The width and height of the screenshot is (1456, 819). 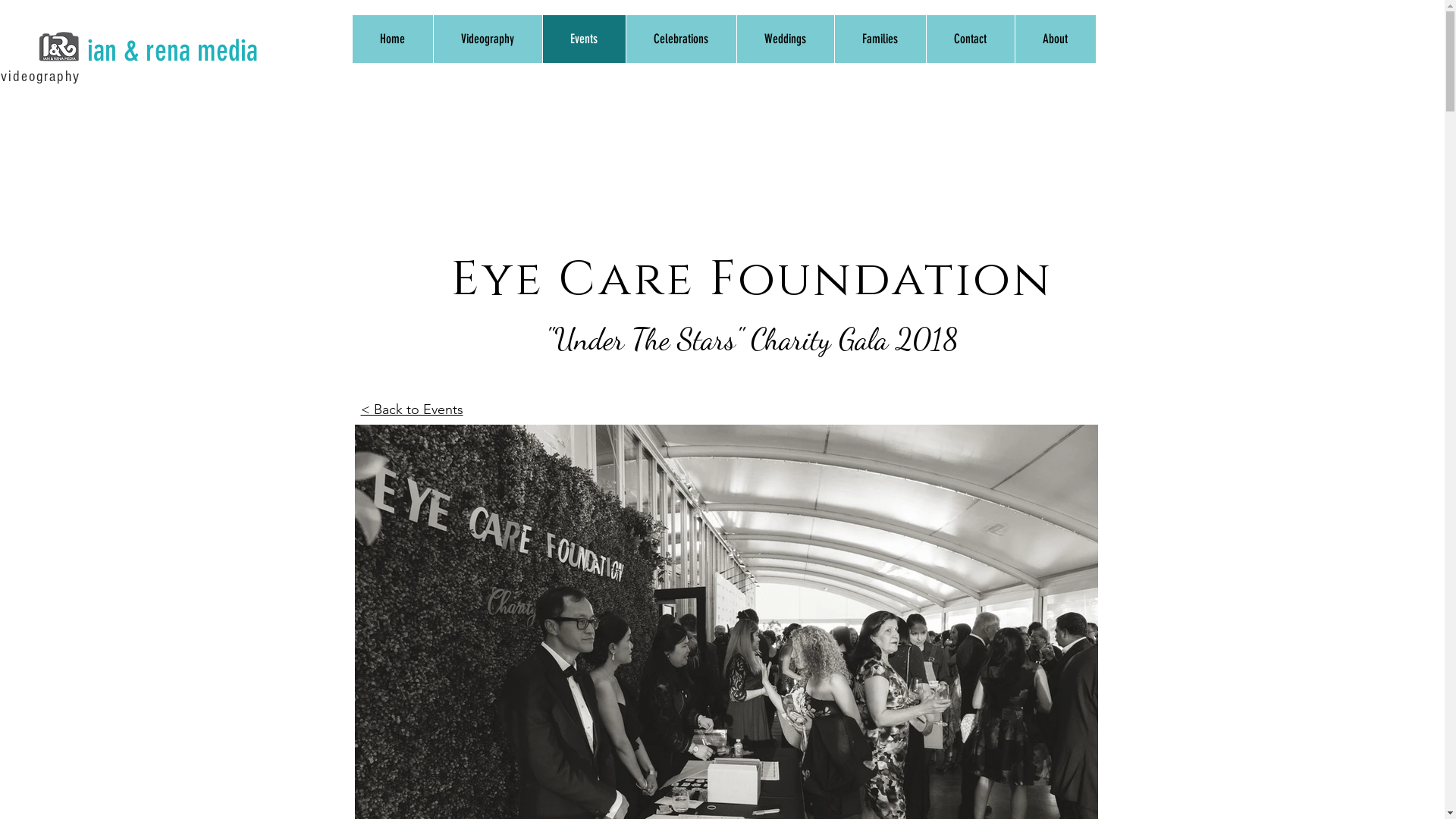 What do you see at coordinates (625, 38) in the screenshot?
I see `'Celebrations'` at bounding box center [625, 38].